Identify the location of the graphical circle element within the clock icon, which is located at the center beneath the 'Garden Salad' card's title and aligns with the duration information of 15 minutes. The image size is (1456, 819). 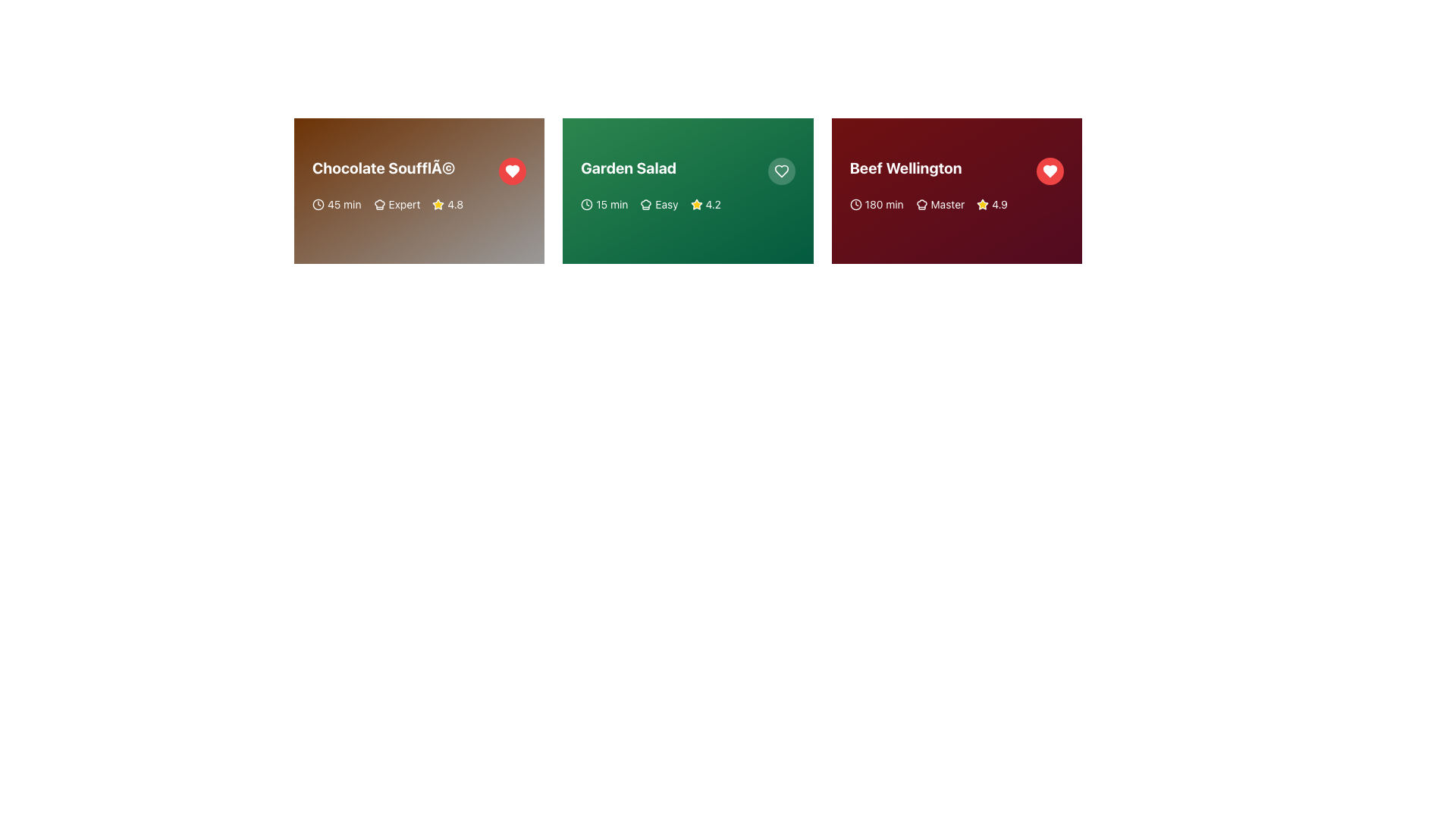
(586, 205).